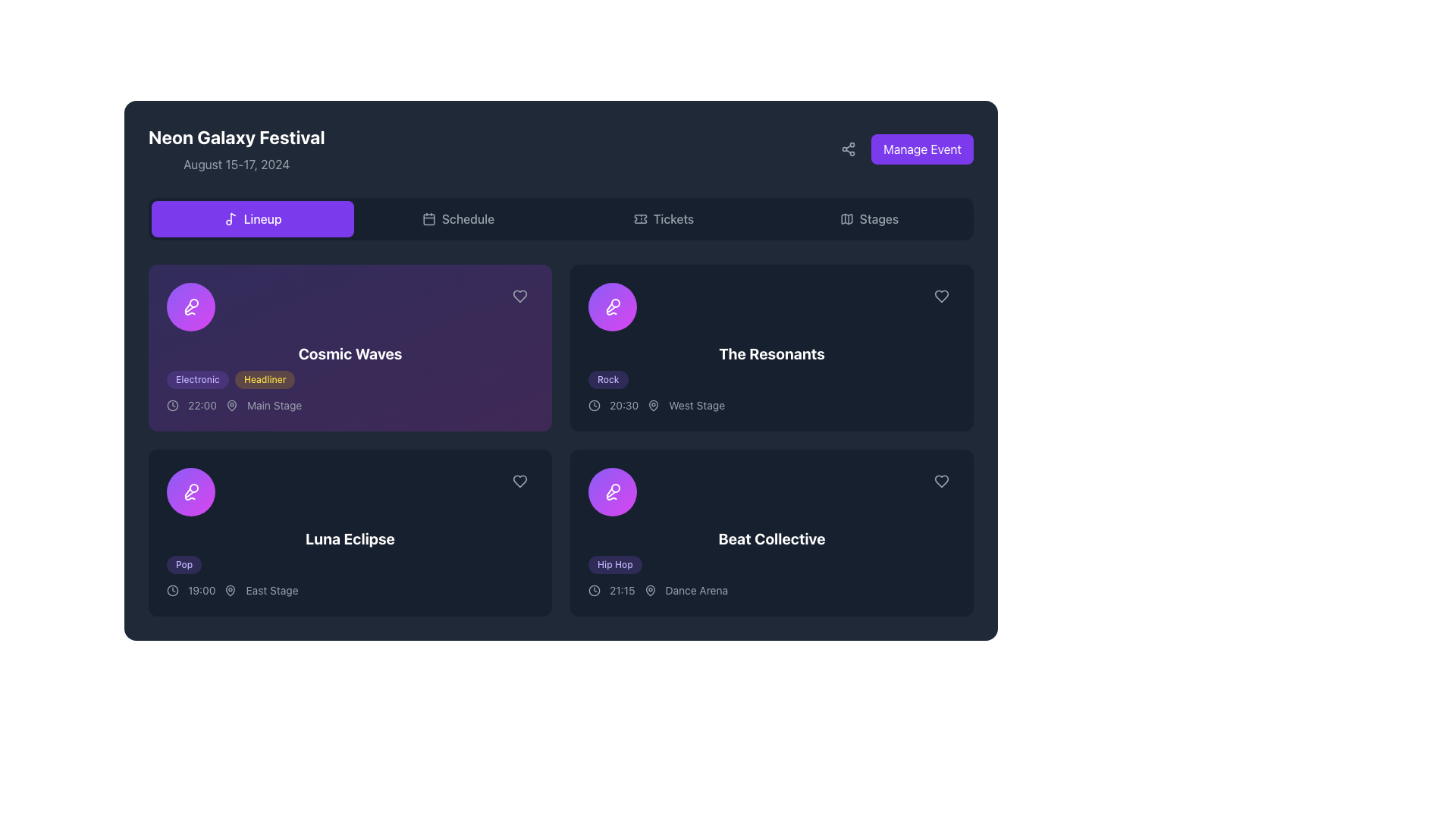 The height and width of the screenshot is (819, 1456). What do you see at coordinates (230, 219) in the screenshot?
I see `the small musical note icon located in the upper navigation bar, positioned to the left of the 'Lineup' button` at bounding box center [230, 219].